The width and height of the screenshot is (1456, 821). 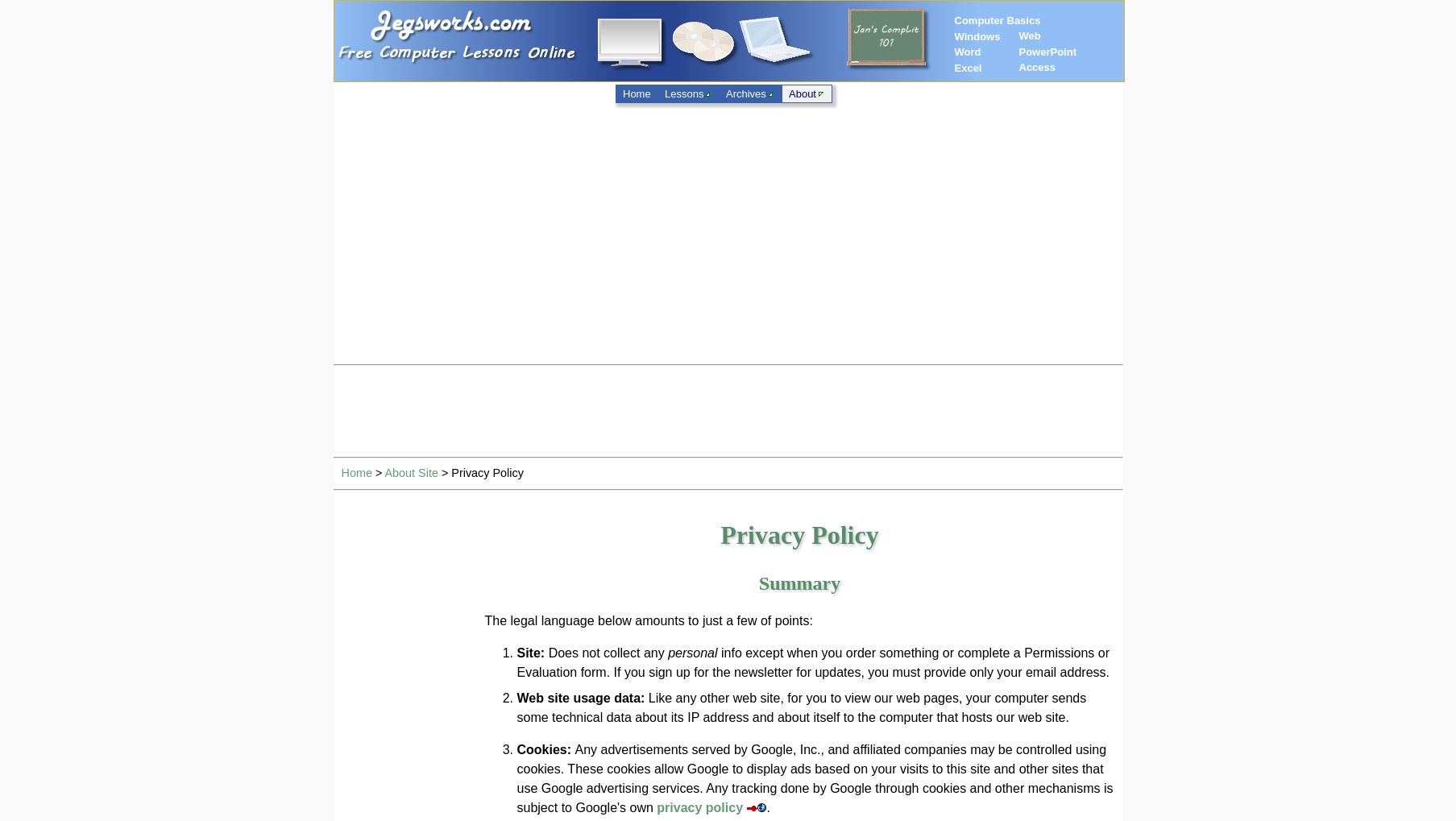 What do you see at coordinates (699, 807) in the screenshot?
I see `'privacy policy'` at bounding box center [699, 807].